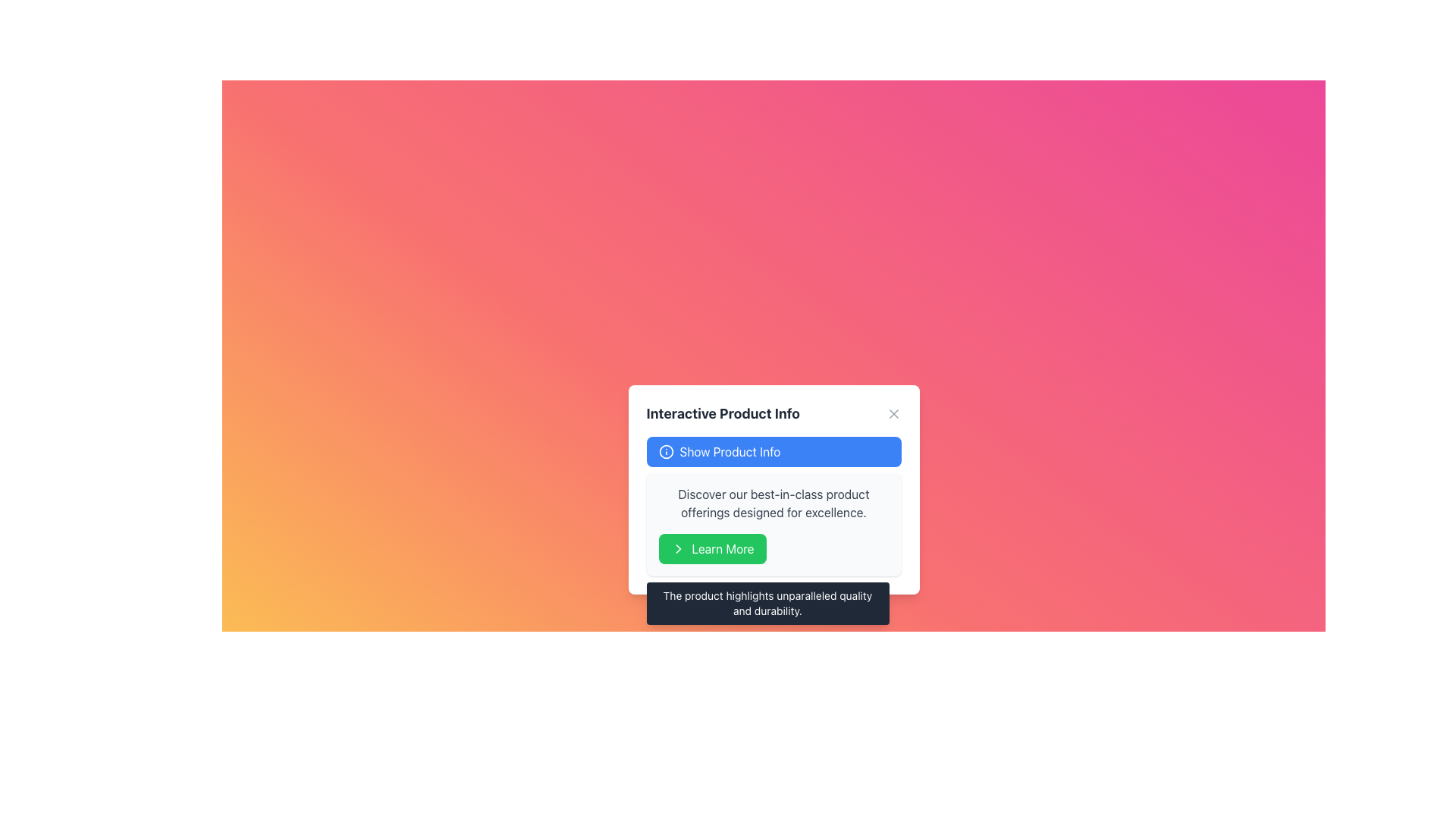  Describe the element at coordinates (773, 451) in the screenshot. I see `the 'Show Product Info' button with a blue background and a white 'info' icon` at that location.